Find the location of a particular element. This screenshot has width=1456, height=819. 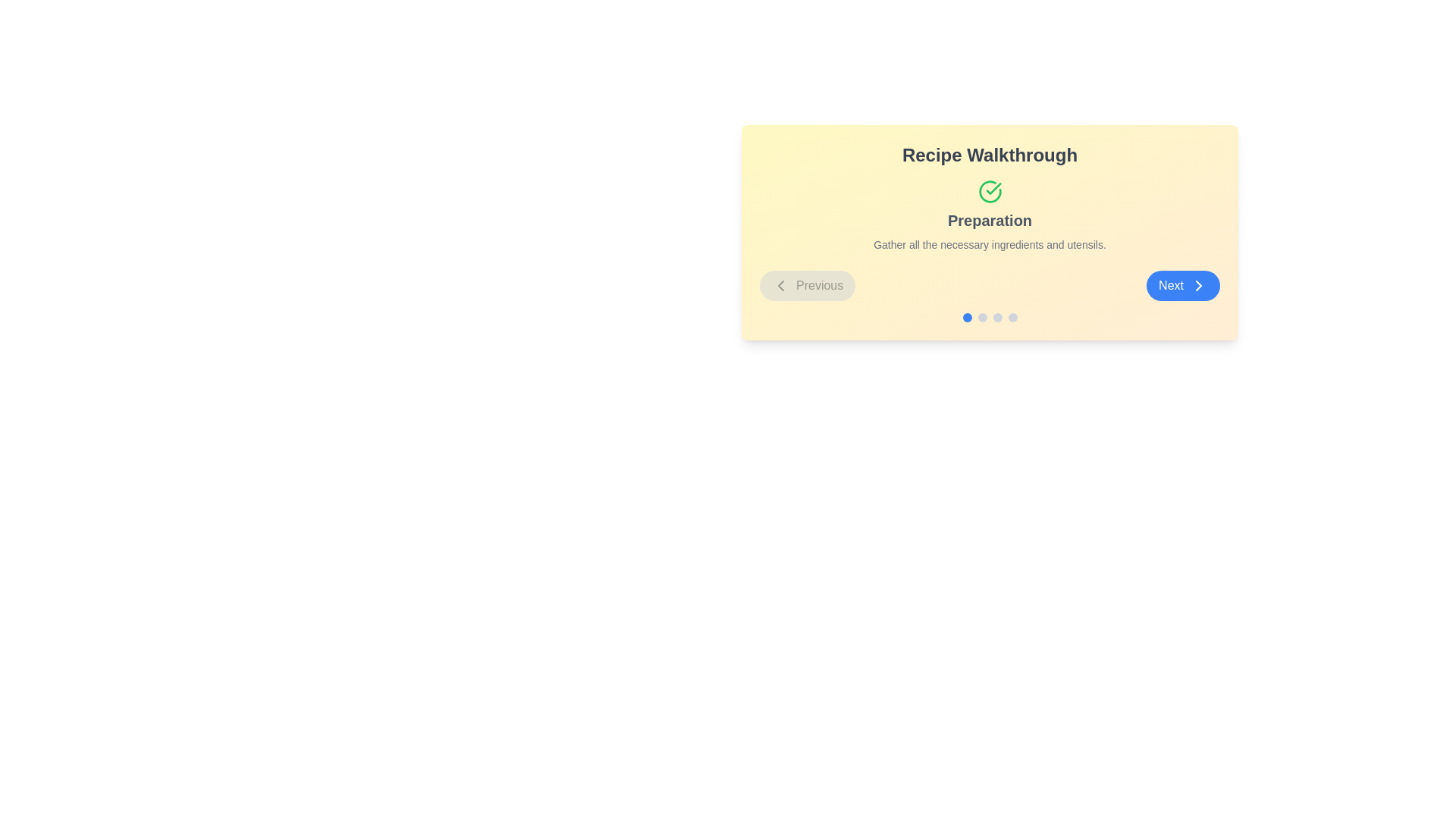

the 'Previous' button, which is a rounded rectangular button with light gray text and a left-pointing chevron icon, located on the left side of the navigation control section at the bottom of the 'Recipe Walkthrough' card is located at coordinates (807, 286).